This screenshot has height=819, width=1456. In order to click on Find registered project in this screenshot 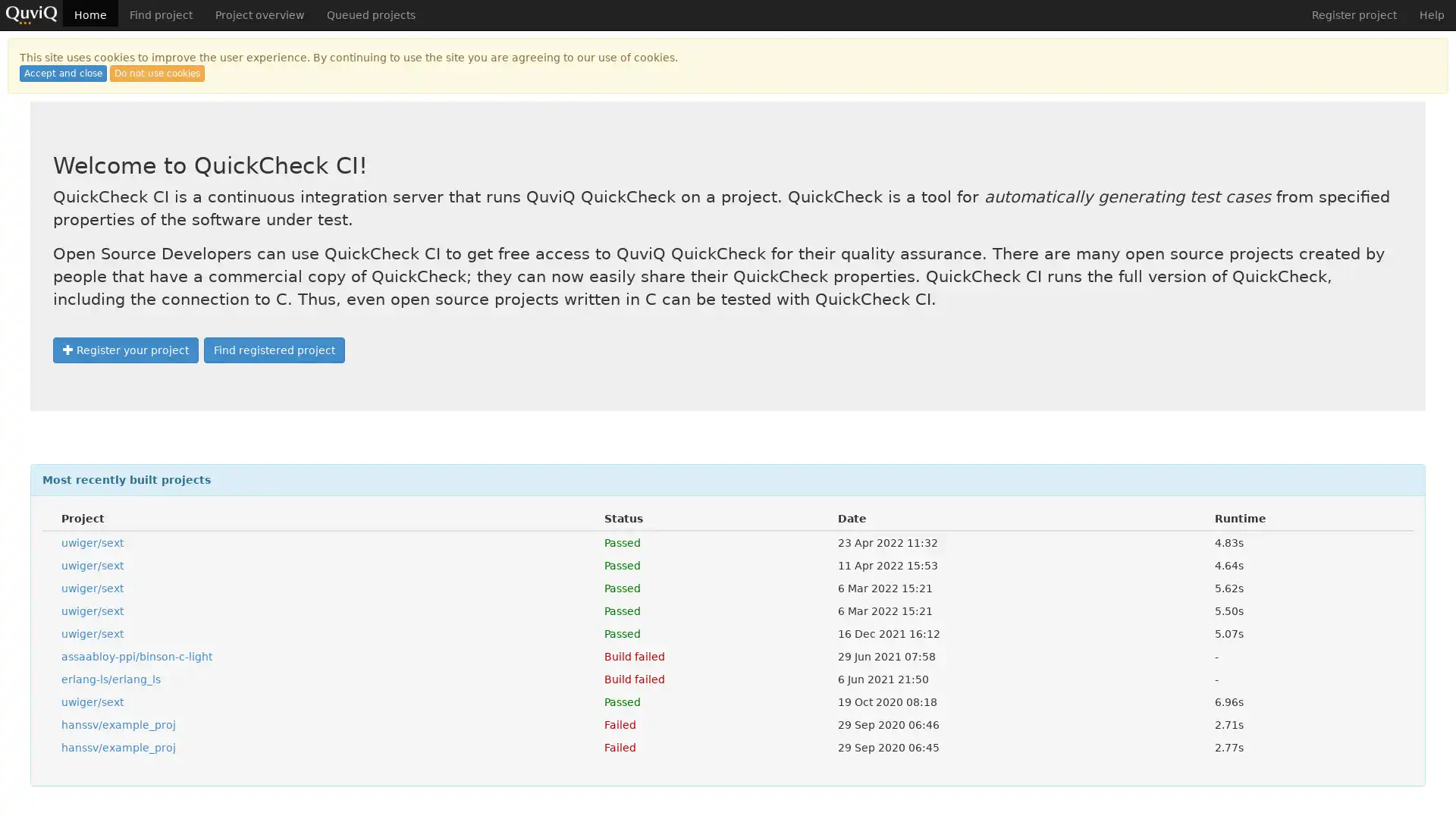, I will do `click(274, 350)`.